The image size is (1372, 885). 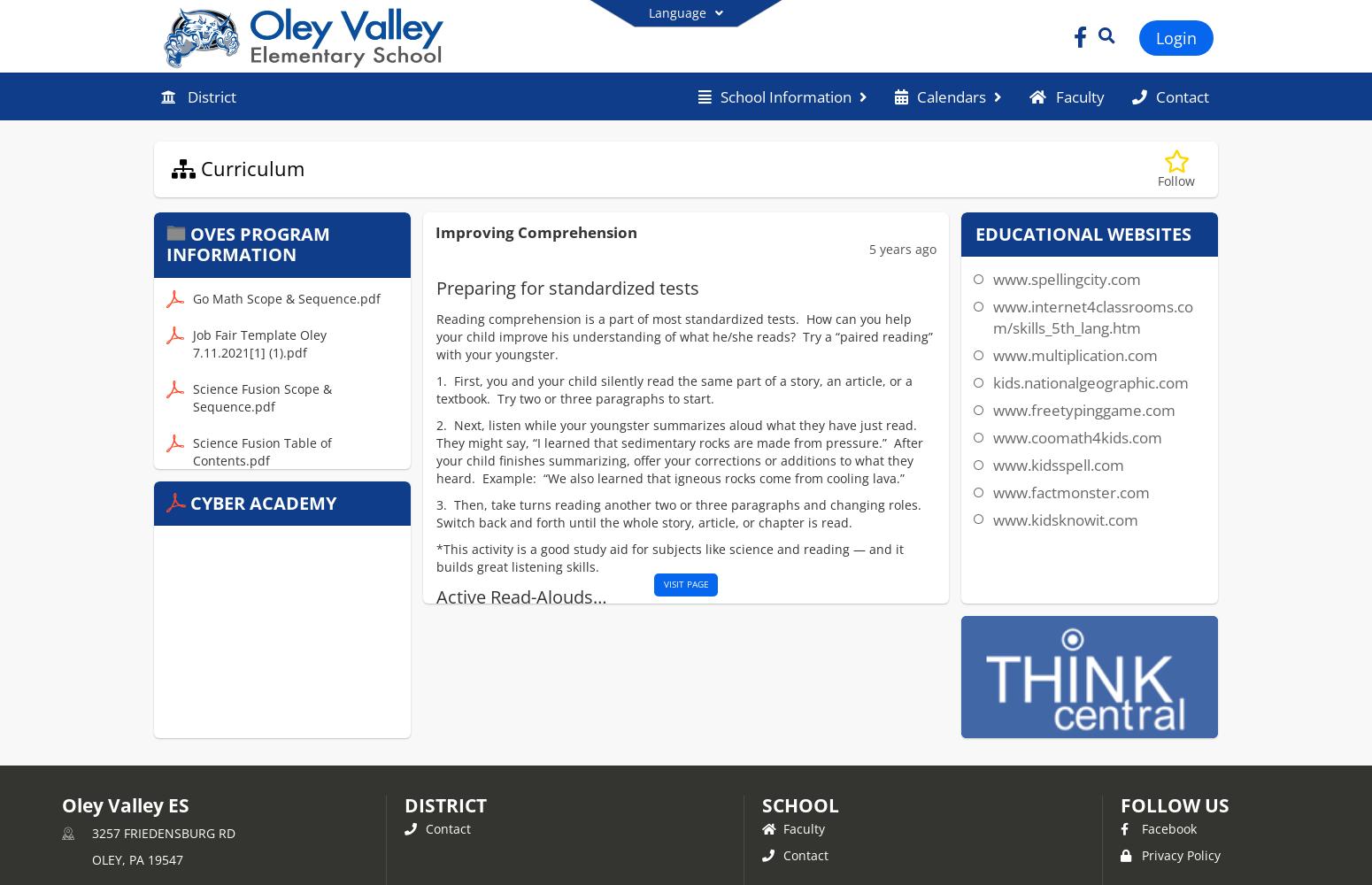 I want to click on 'Preparing for standardized tests', so click(x=434, y=287).